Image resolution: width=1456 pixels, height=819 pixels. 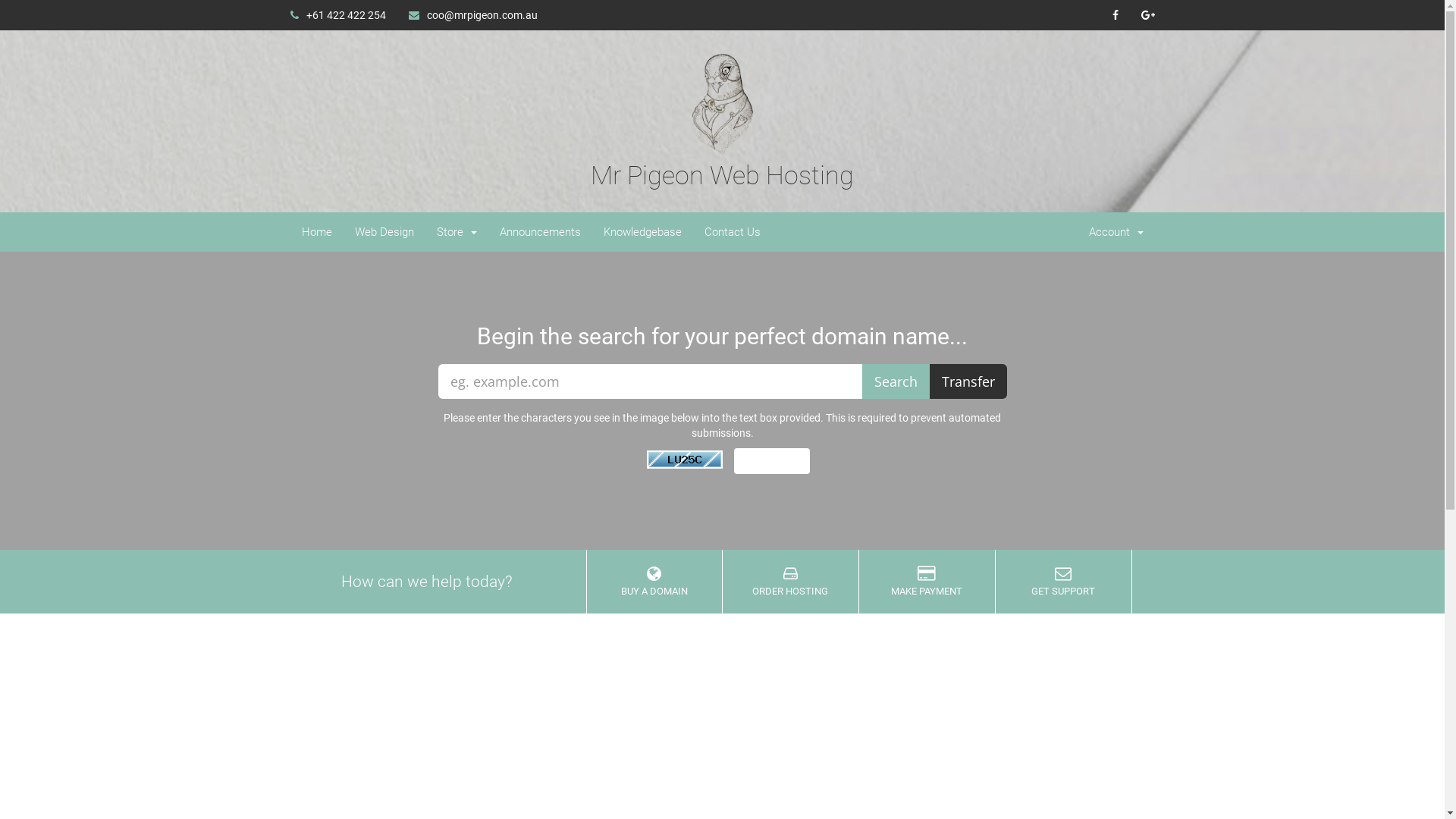 I want to click on 'Announcements', so click(x=540, y=231).